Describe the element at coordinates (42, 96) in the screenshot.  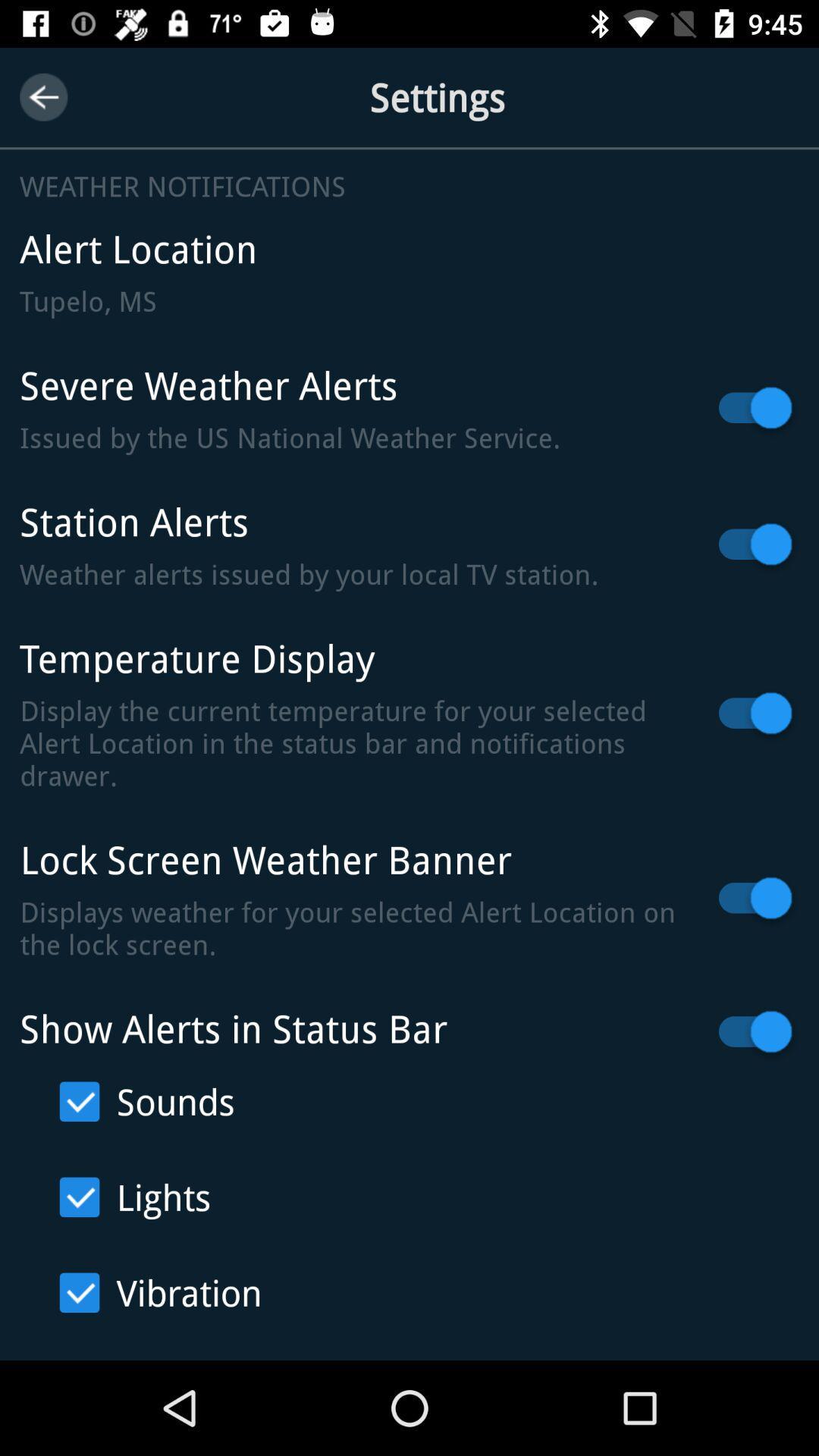
I see `the arrow_backward icon` at that location.